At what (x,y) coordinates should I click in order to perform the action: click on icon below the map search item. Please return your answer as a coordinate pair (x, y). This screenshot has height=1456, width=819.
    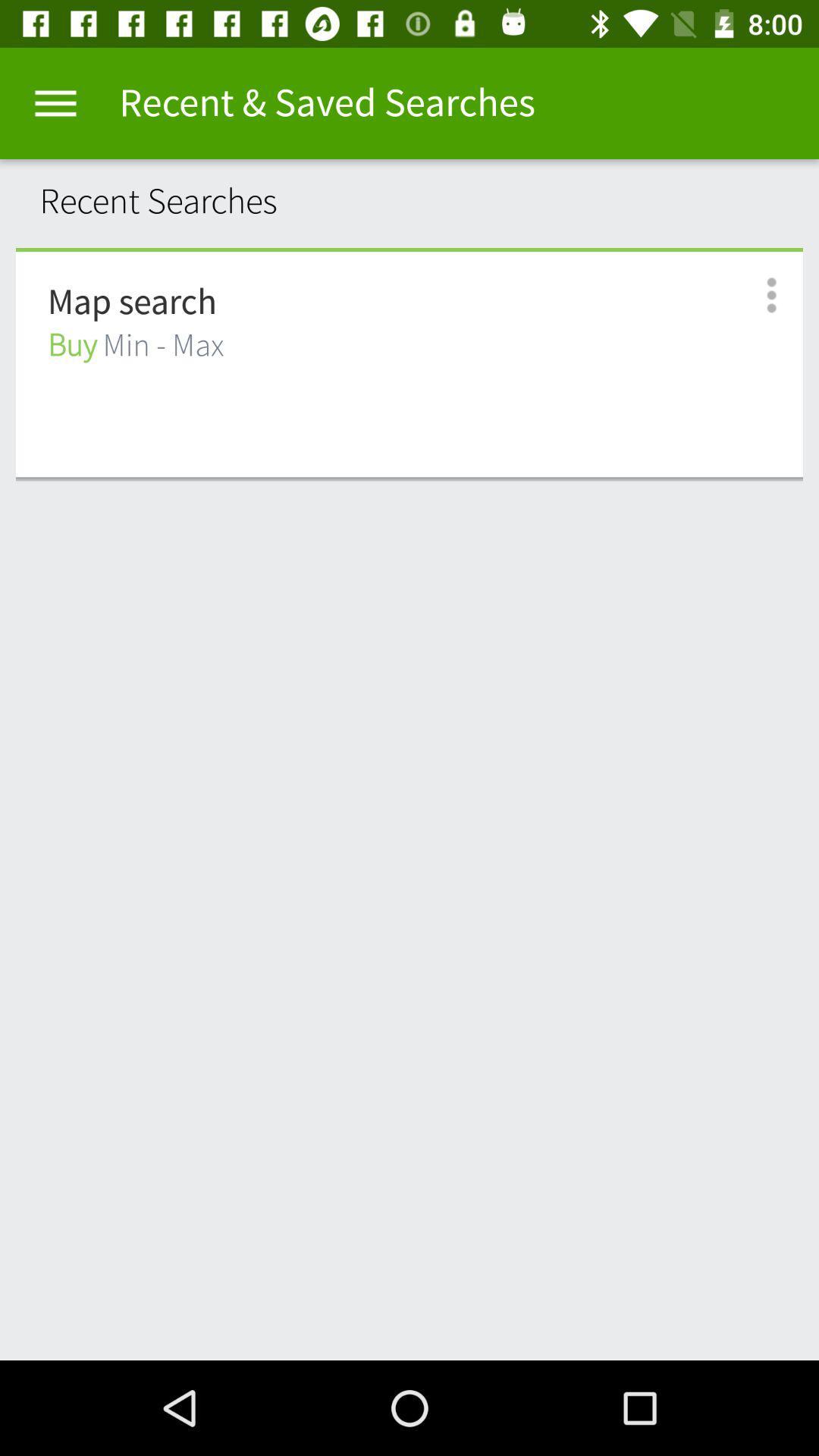
    Looking at the image, I should click on (135, 345).